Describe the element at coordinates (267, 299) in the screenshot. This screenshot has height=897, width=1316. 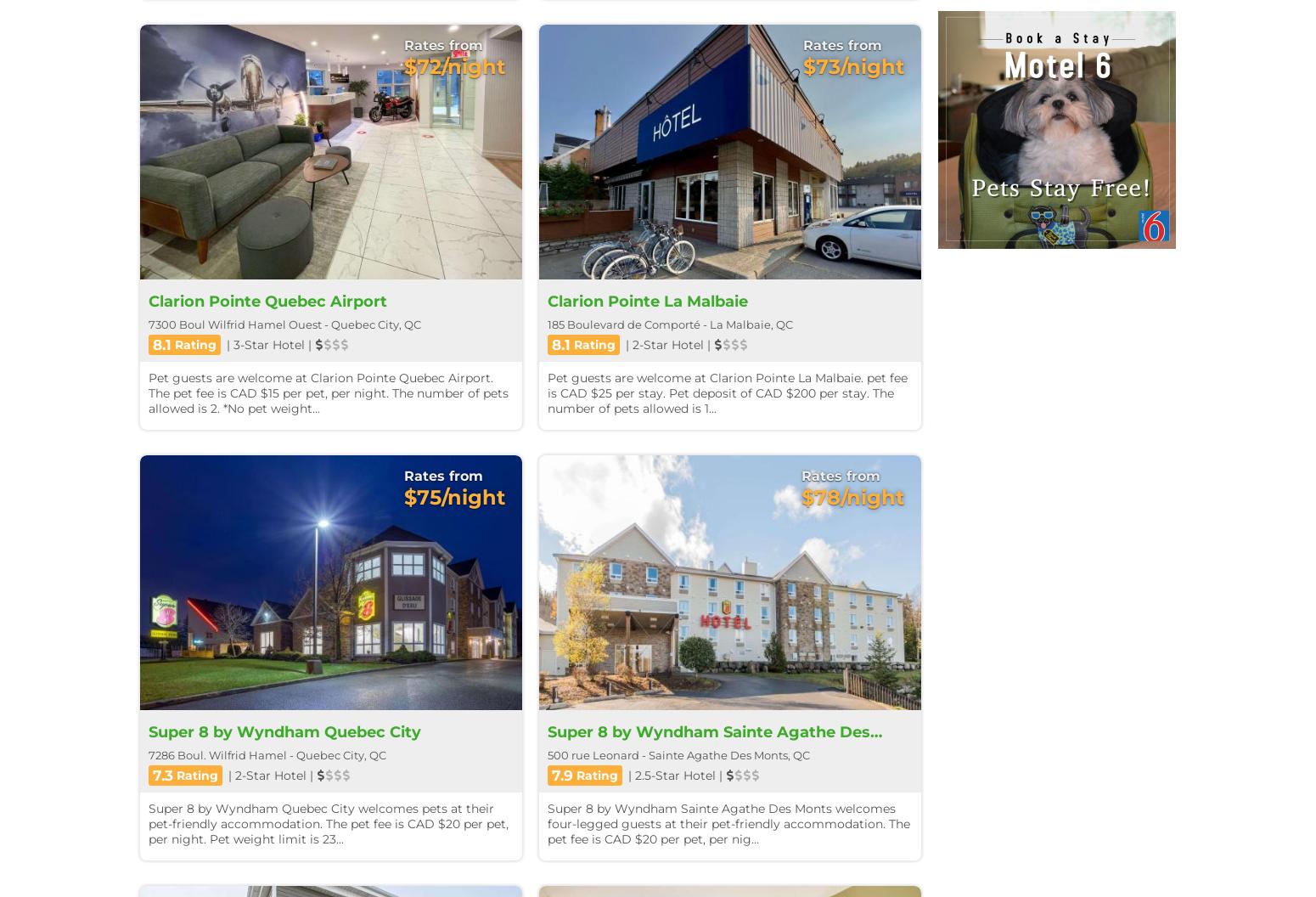
I see `'Clarion Pointe Quebec Airport'` at that location.